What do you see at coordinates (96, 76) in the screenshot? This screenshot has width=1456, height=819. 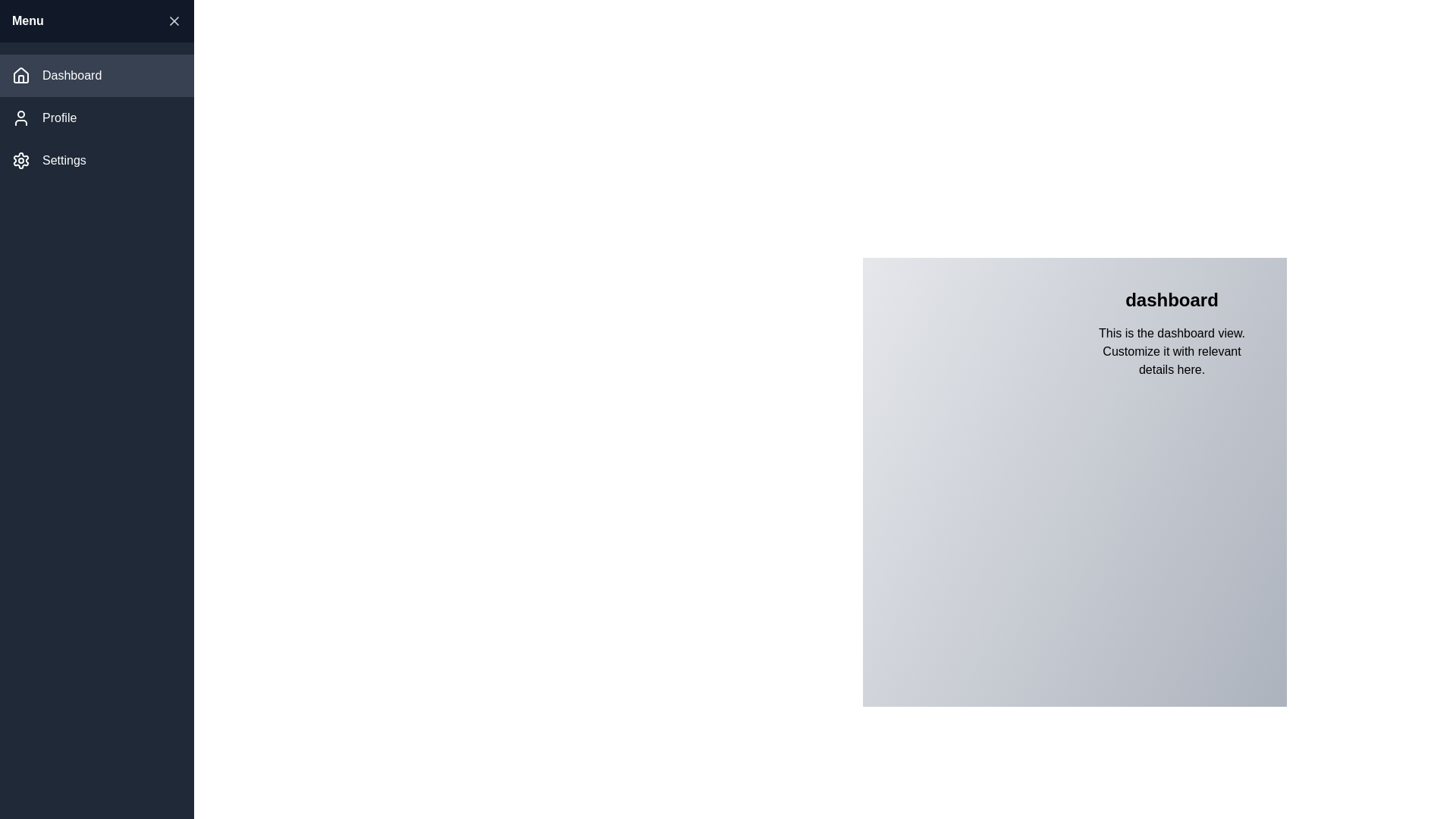 I see `the menu item Dashboard in the sidebar` at bounding box center [96, 76].